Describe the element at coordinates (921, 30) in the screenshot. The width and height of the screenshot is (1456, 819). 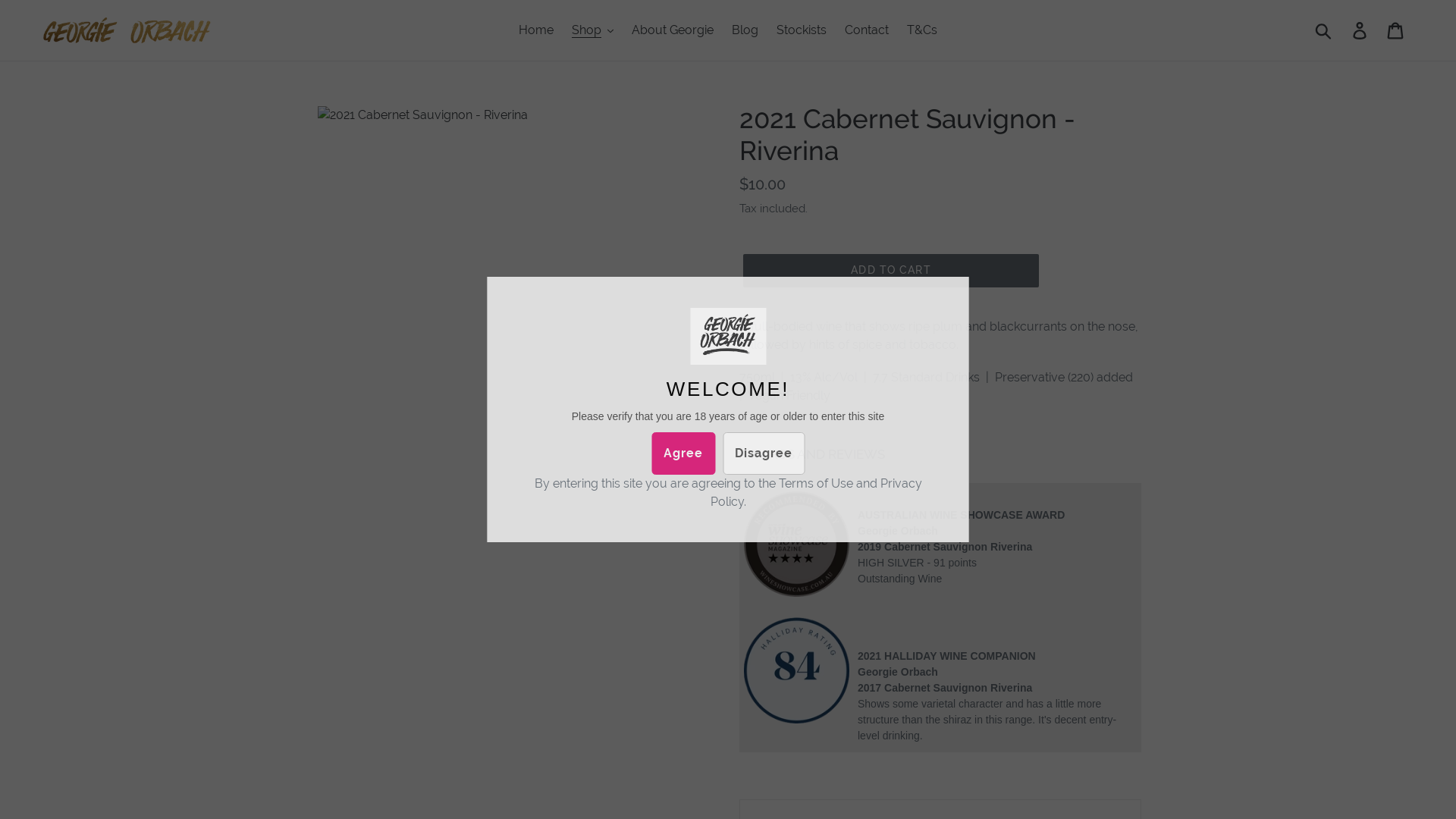
I see `'T&Cs'` at that location.